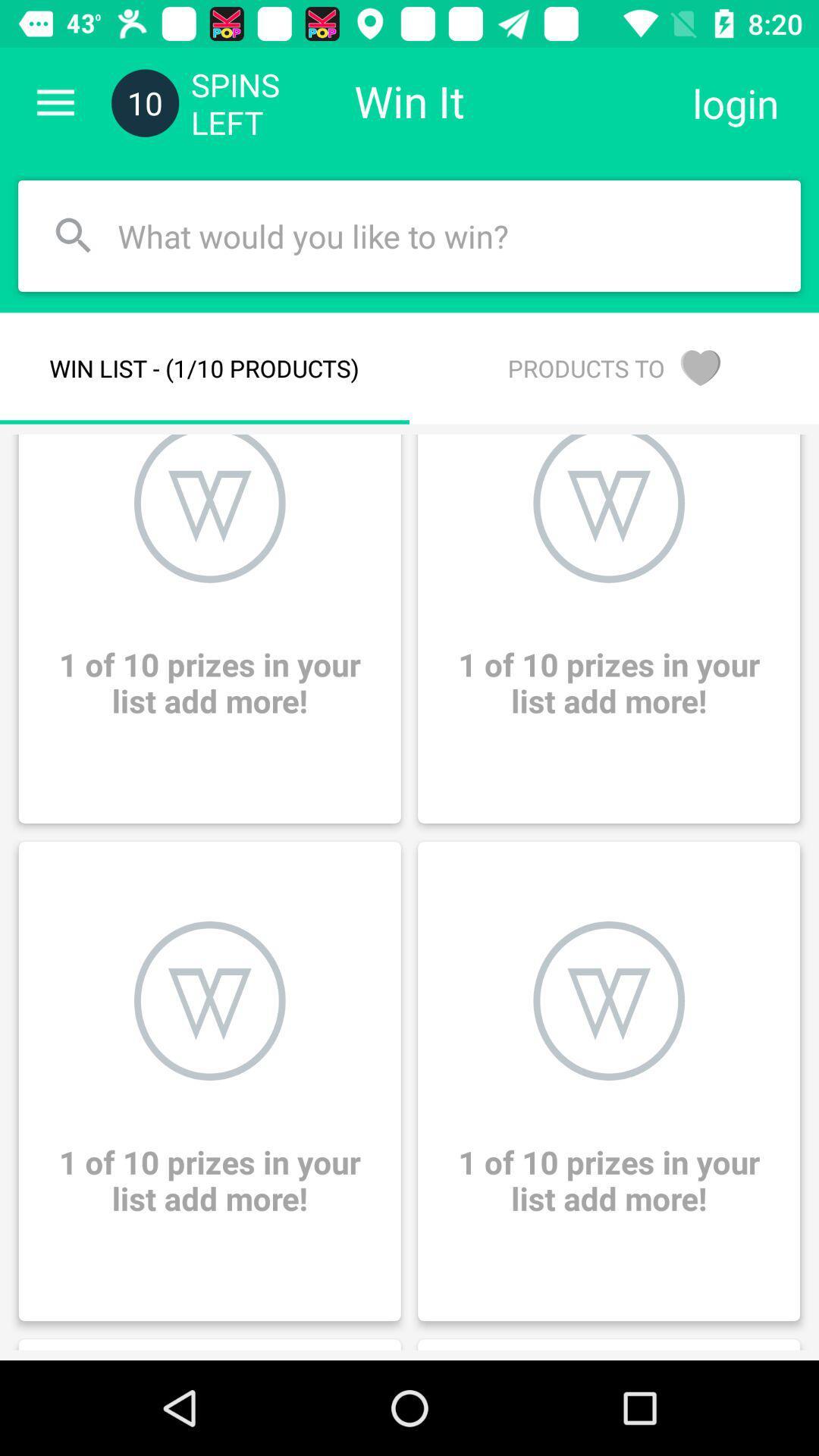 The image size is (819, 1456). I want to click on item to the right of the win it, so click(735, 102).